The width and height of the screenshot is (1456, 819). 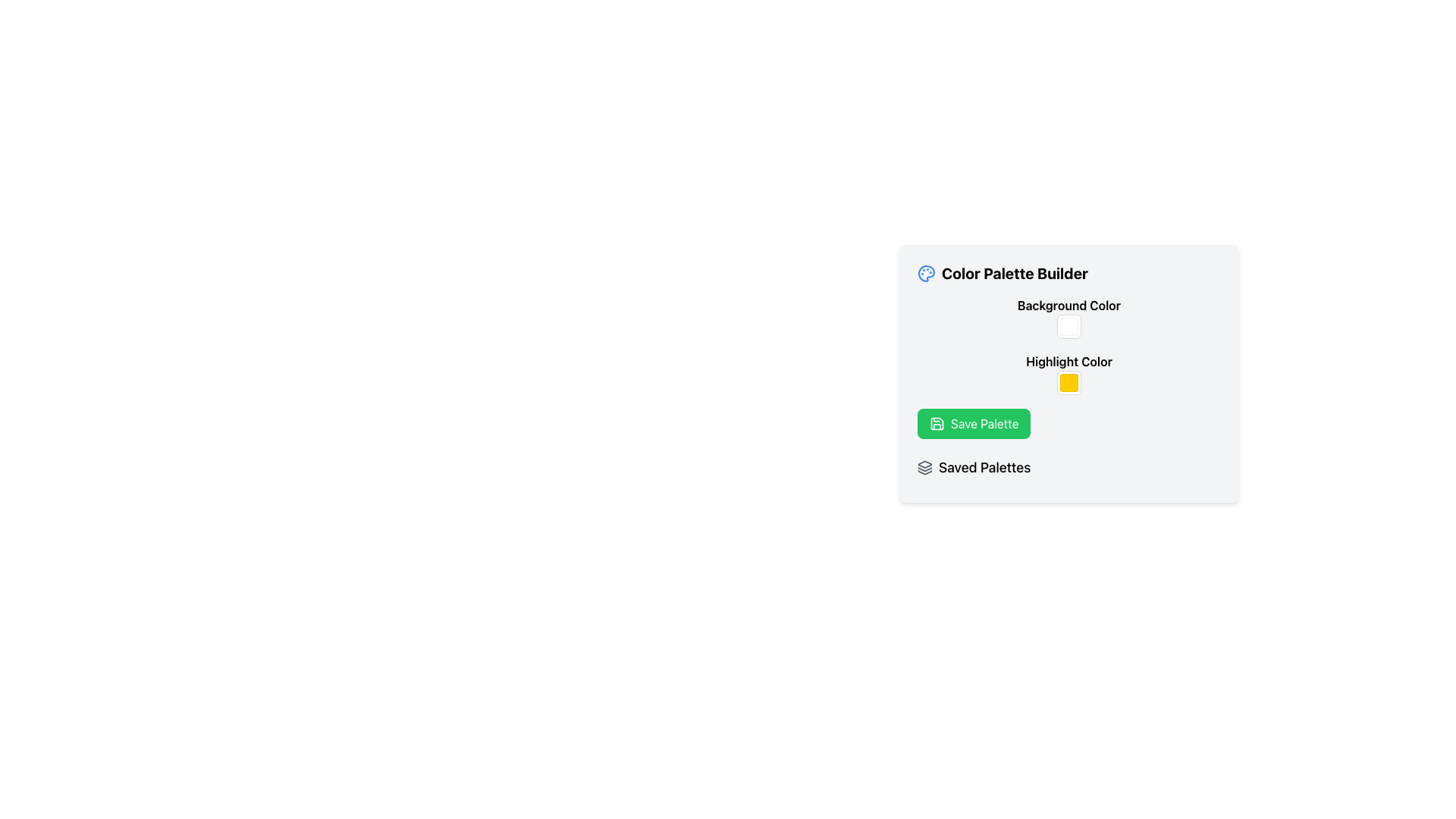 What do you see at coordinates (924, 467) in the screenshot?
I see `the icon in the 'Saved Palettes' section, located to the left of the text 'Saved Palettes'` at bounding box center [924, 467].